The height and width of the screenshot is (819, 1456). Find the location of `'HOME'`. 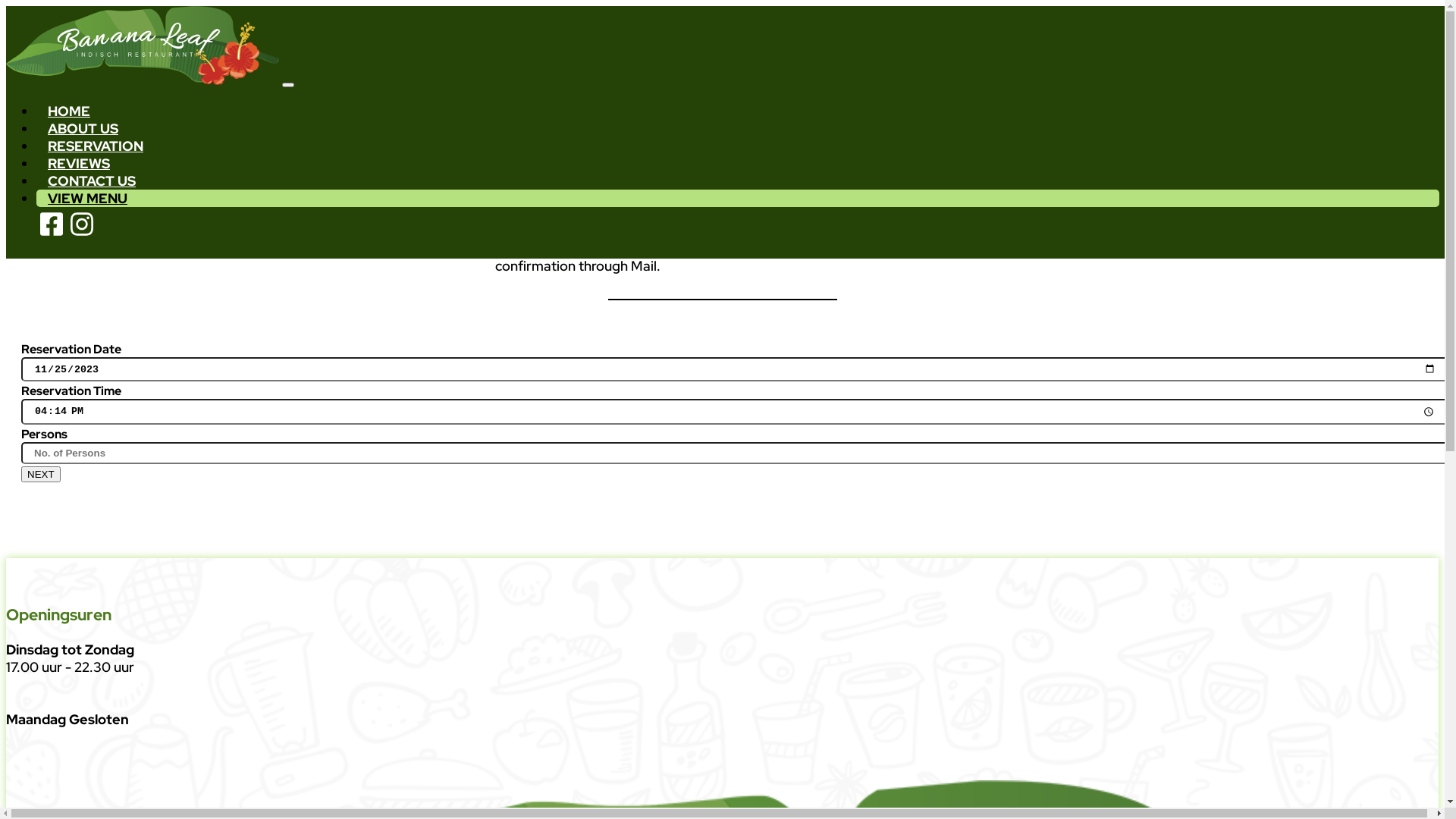

'HOME' is located at coordinates (68, 110).